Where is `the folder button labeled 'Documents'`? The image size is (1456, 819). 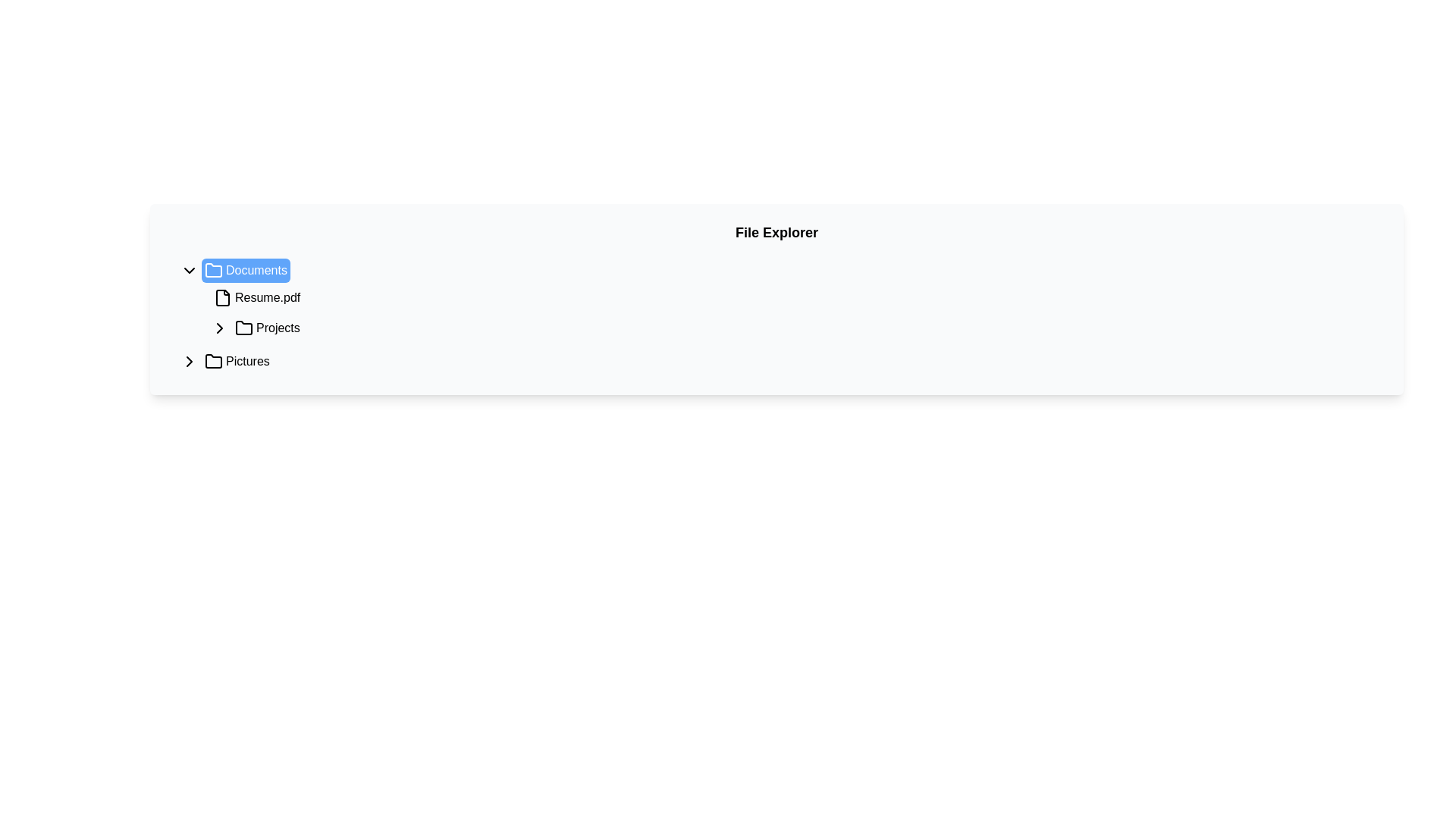 the folder button labeled 'Documents' is located at coordinates (246, 270).